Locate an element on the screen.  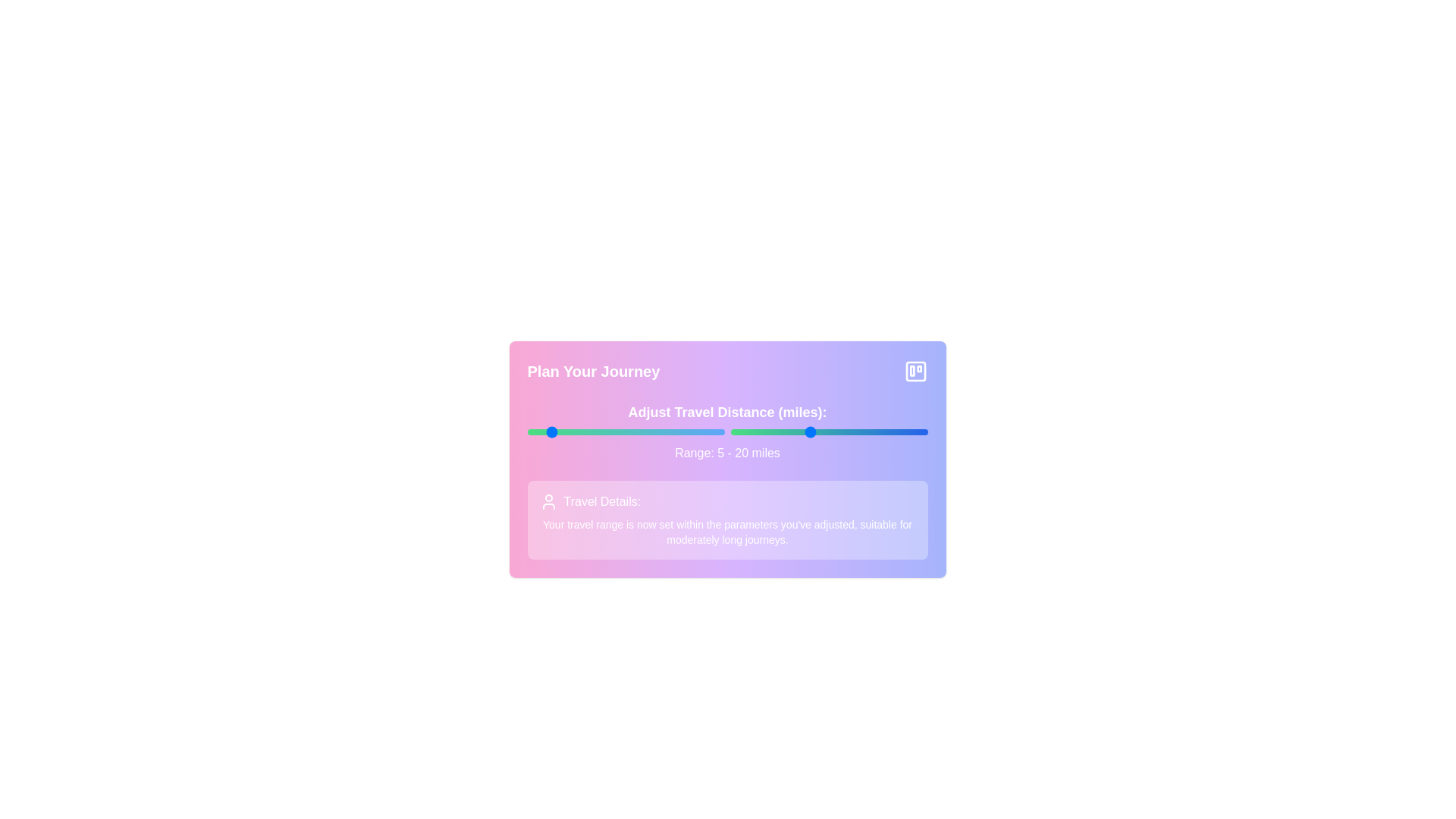
the travel distance is located at coordinates (836, 432).